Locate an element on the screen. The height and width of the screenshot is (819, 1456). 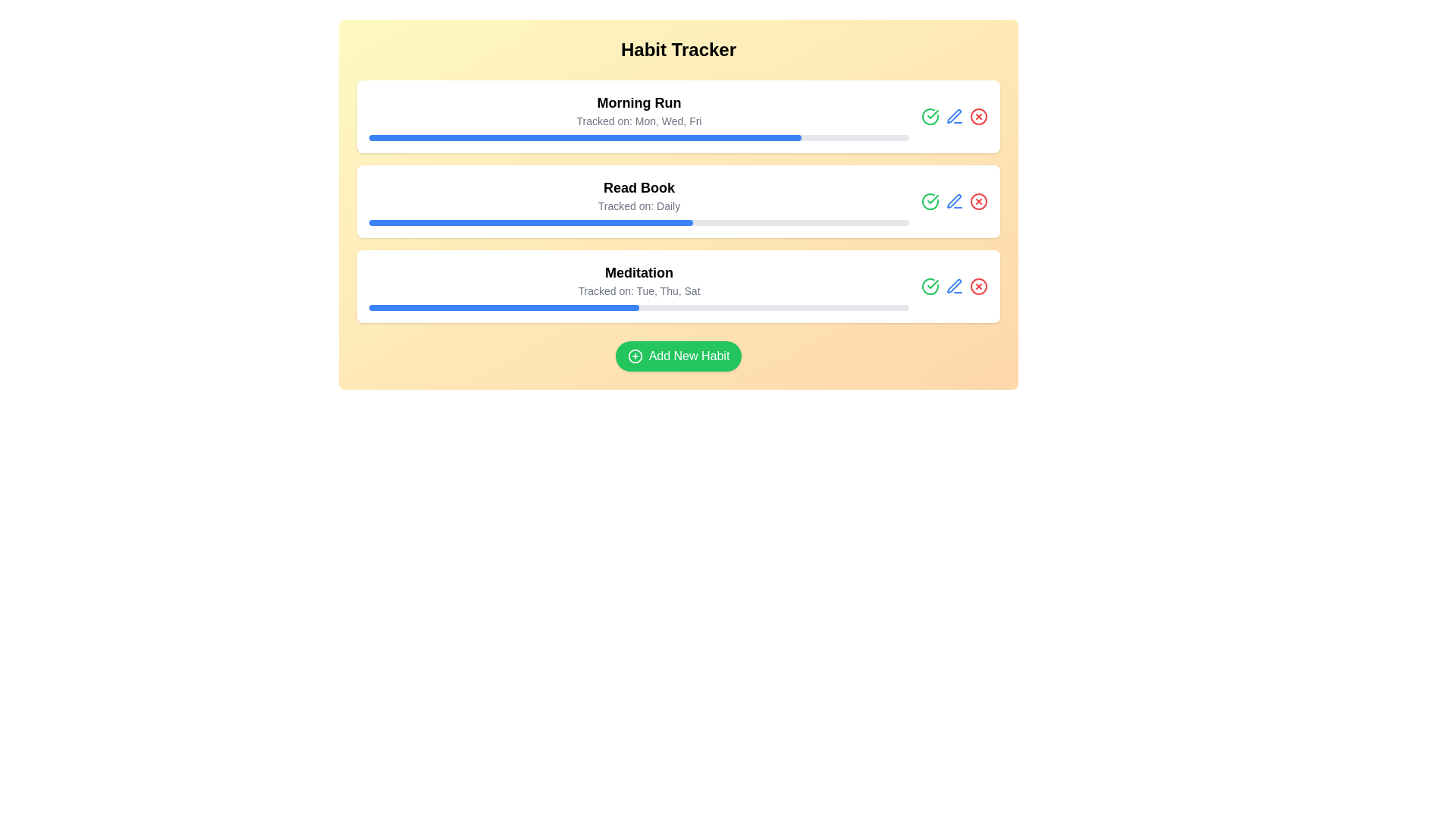
the progress bar is located at coordinates (673, 222).